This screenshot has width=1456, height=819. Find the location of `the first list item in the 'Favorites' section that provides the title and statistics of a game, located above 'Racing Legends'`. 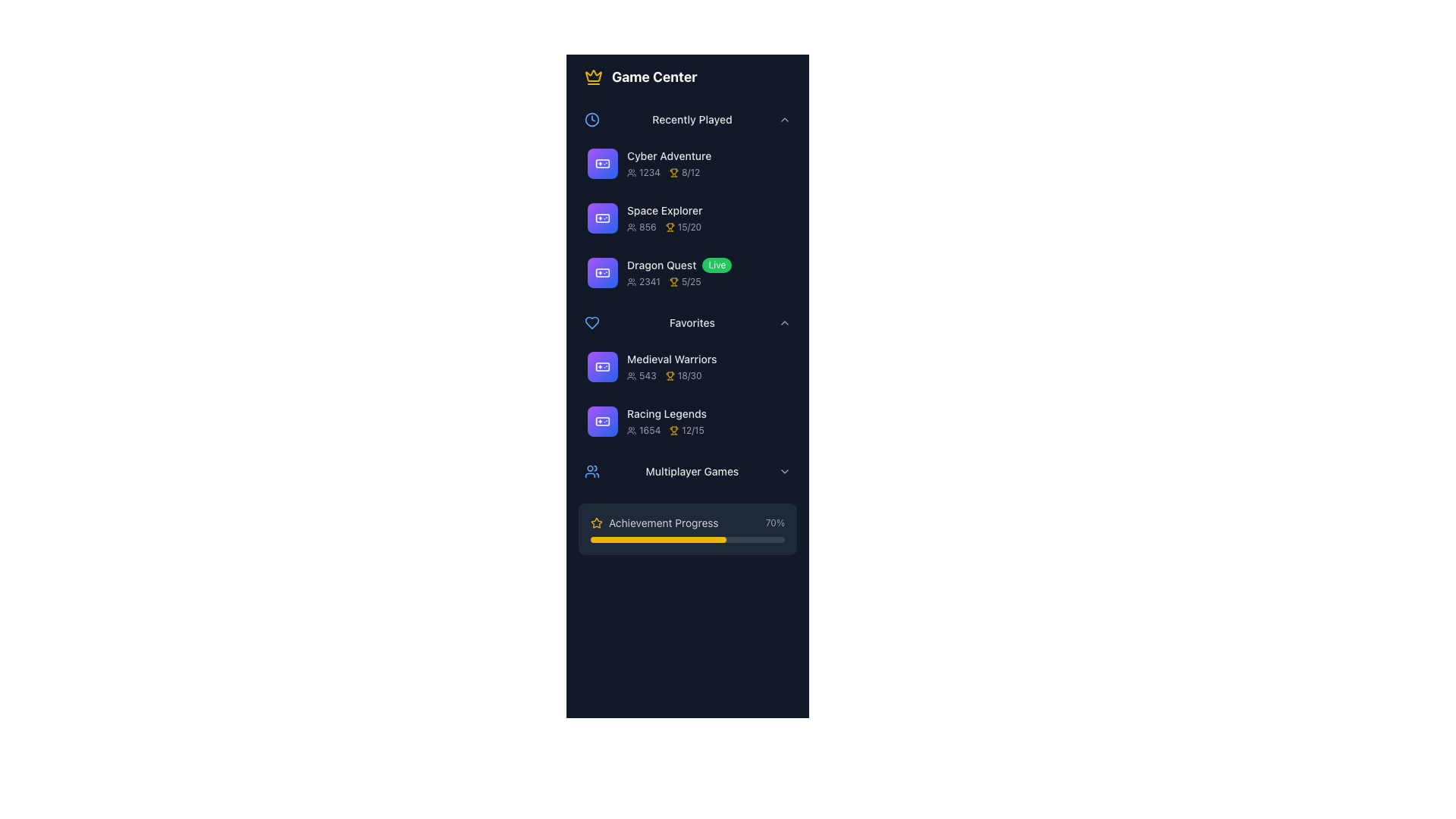

the first list item in the 'Favorites' section that provides the title and statistics of a game, located above 'Racing Legends' is located at coordinates (687, 366).